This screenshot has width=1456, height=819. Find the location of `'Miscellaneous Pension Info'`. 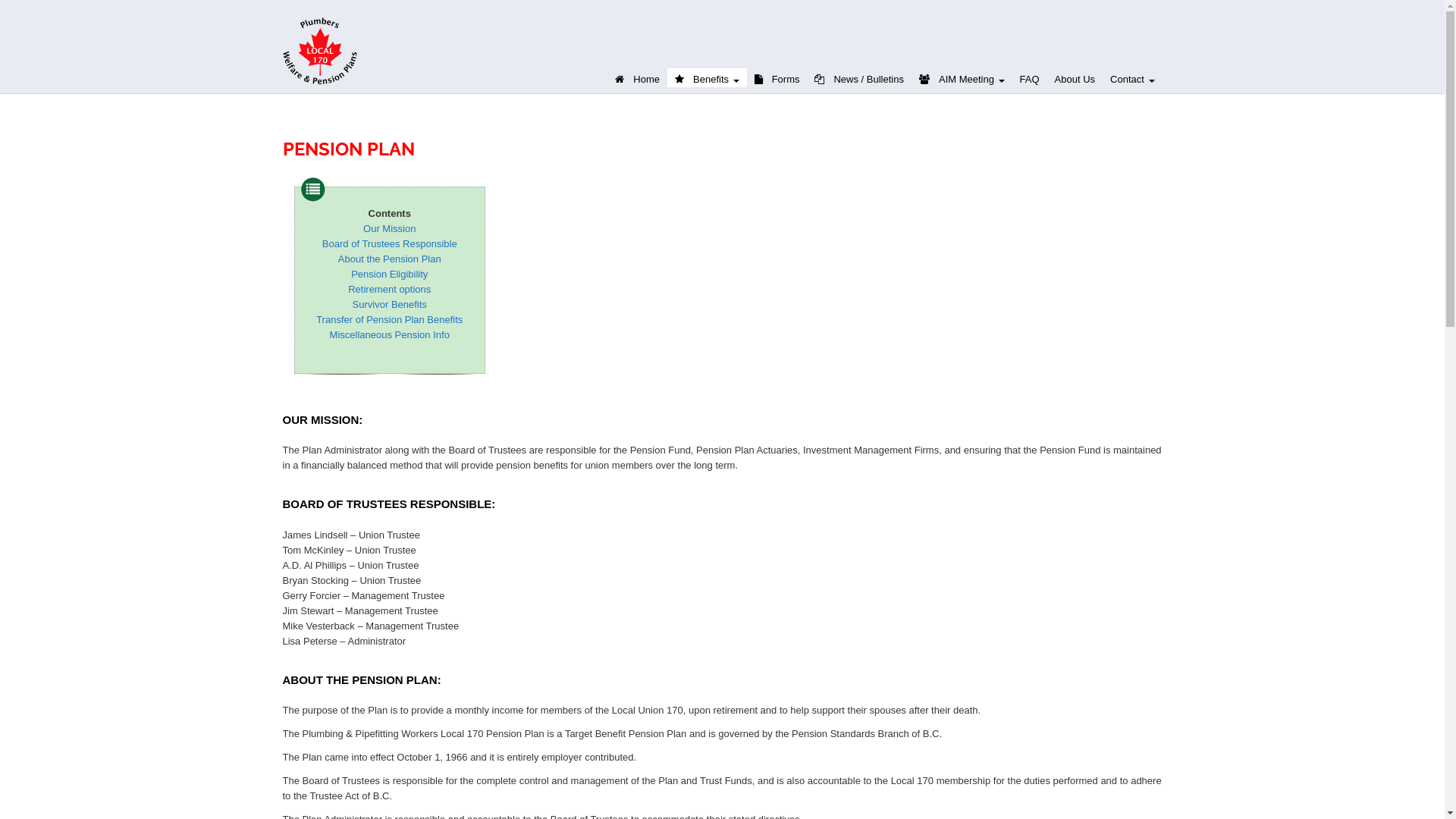

'Miscellaneous Pension Info' is located at coordinates (389, 334).